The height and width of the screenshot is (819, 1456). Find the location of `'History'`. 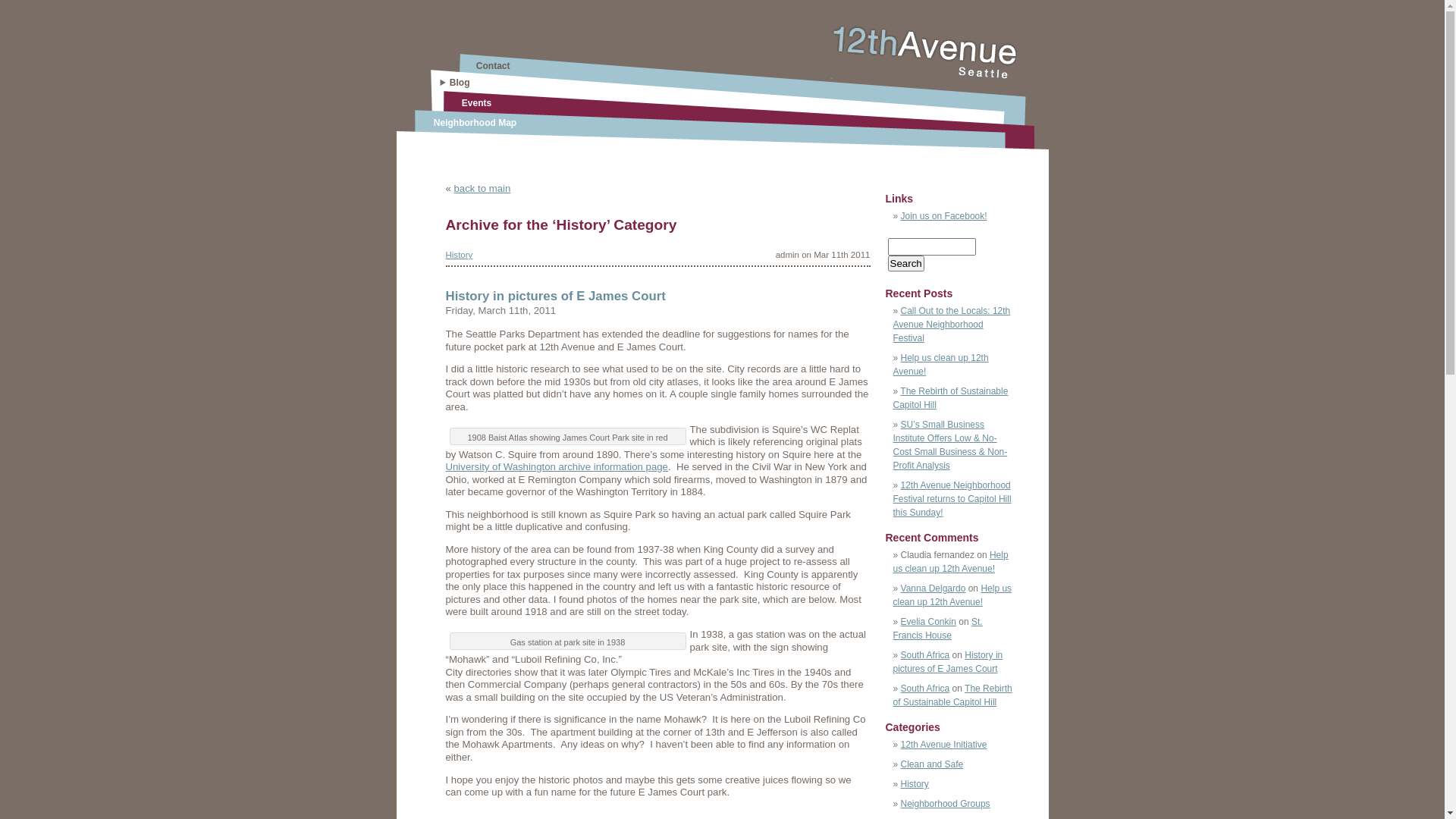

'History' is located at coordinates (901, 783).